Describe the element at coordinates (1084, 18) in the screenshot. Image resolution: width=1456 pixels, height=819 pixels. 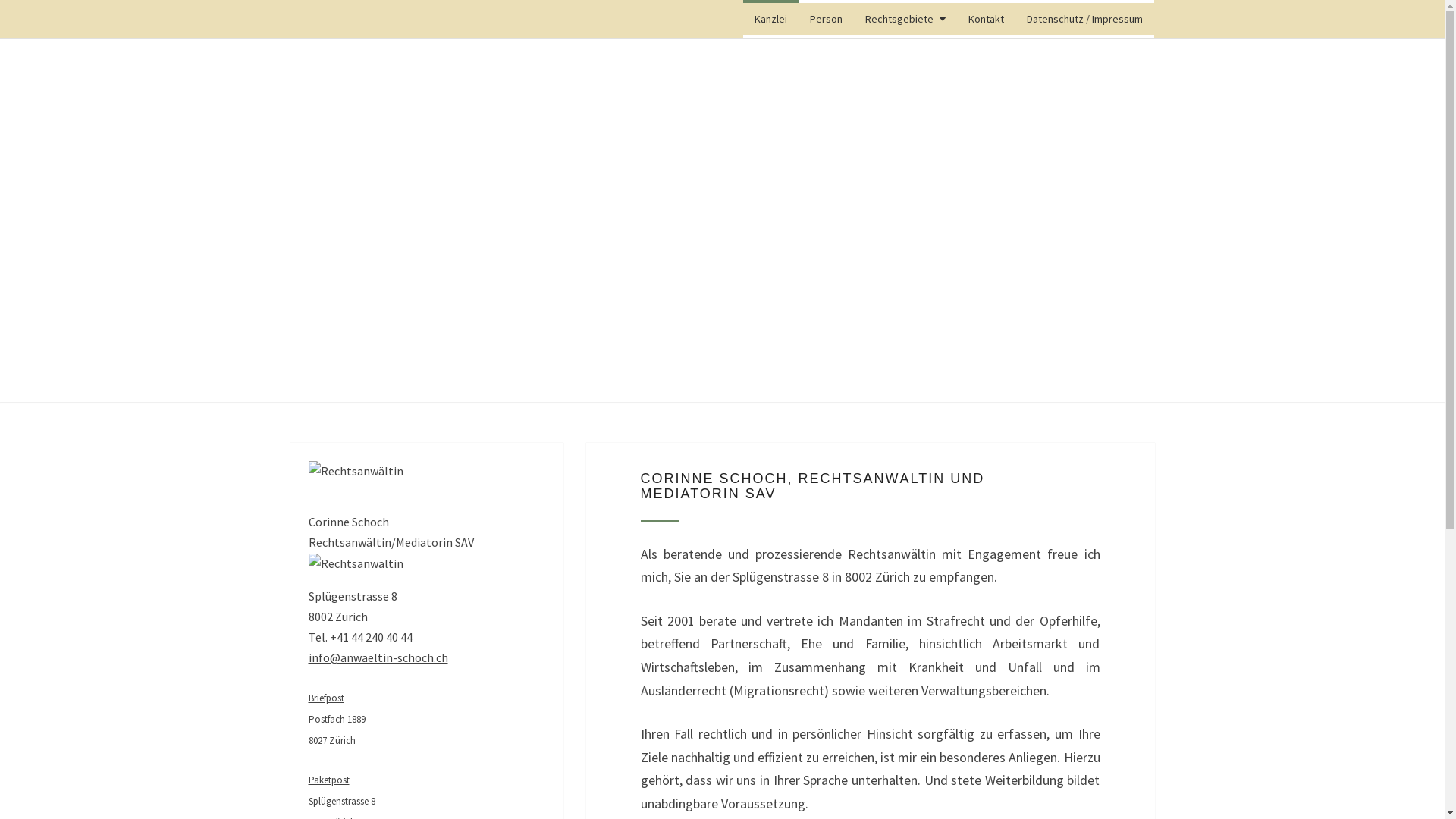
I see `'Datenschutz / Impressum'` at that location.